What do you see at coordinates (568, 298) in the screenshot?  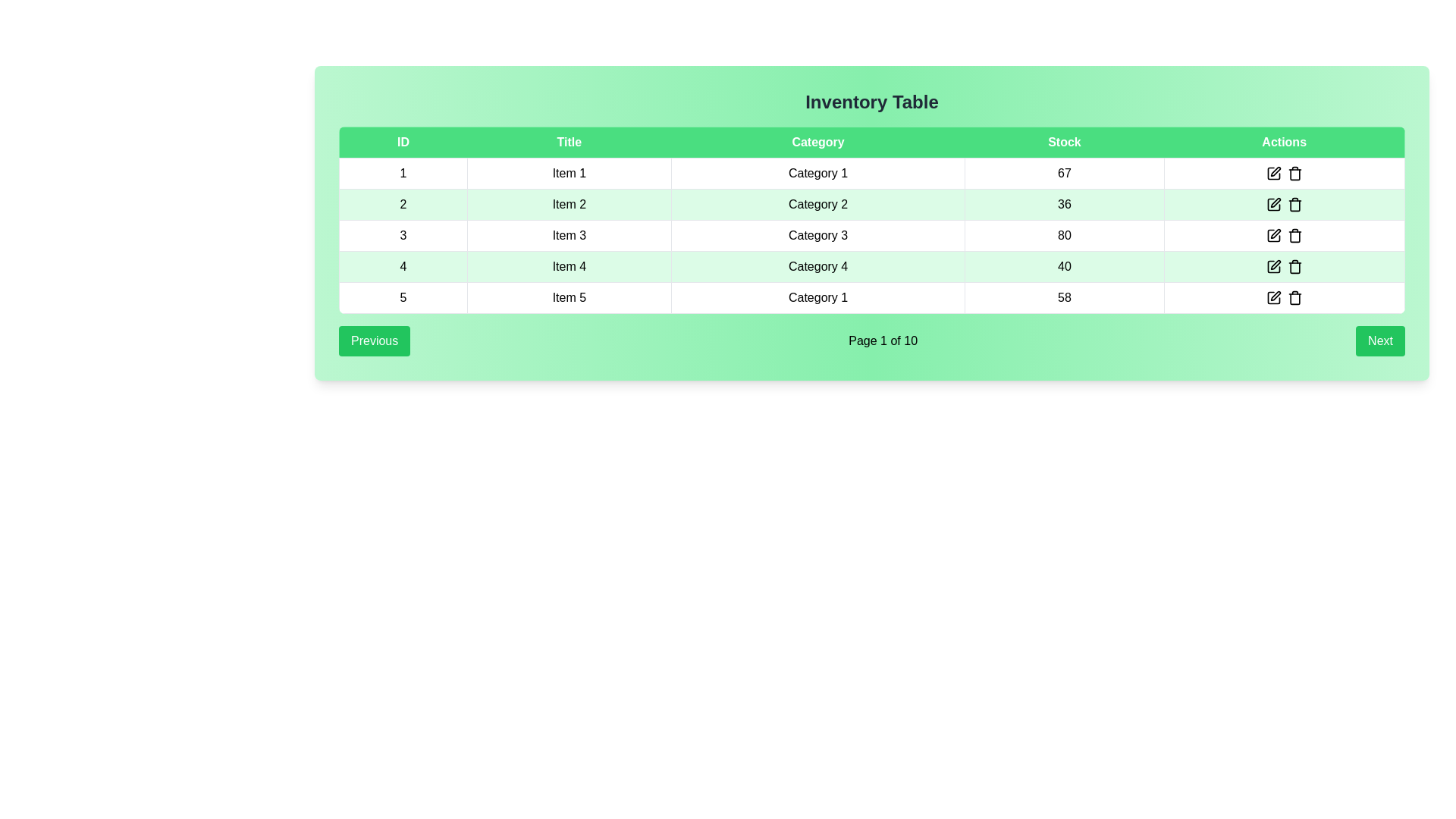 I see `the Text Label in the fifth row of the table under the 'Title' column, which identifies the item by name` at bounding box center [568, 298].